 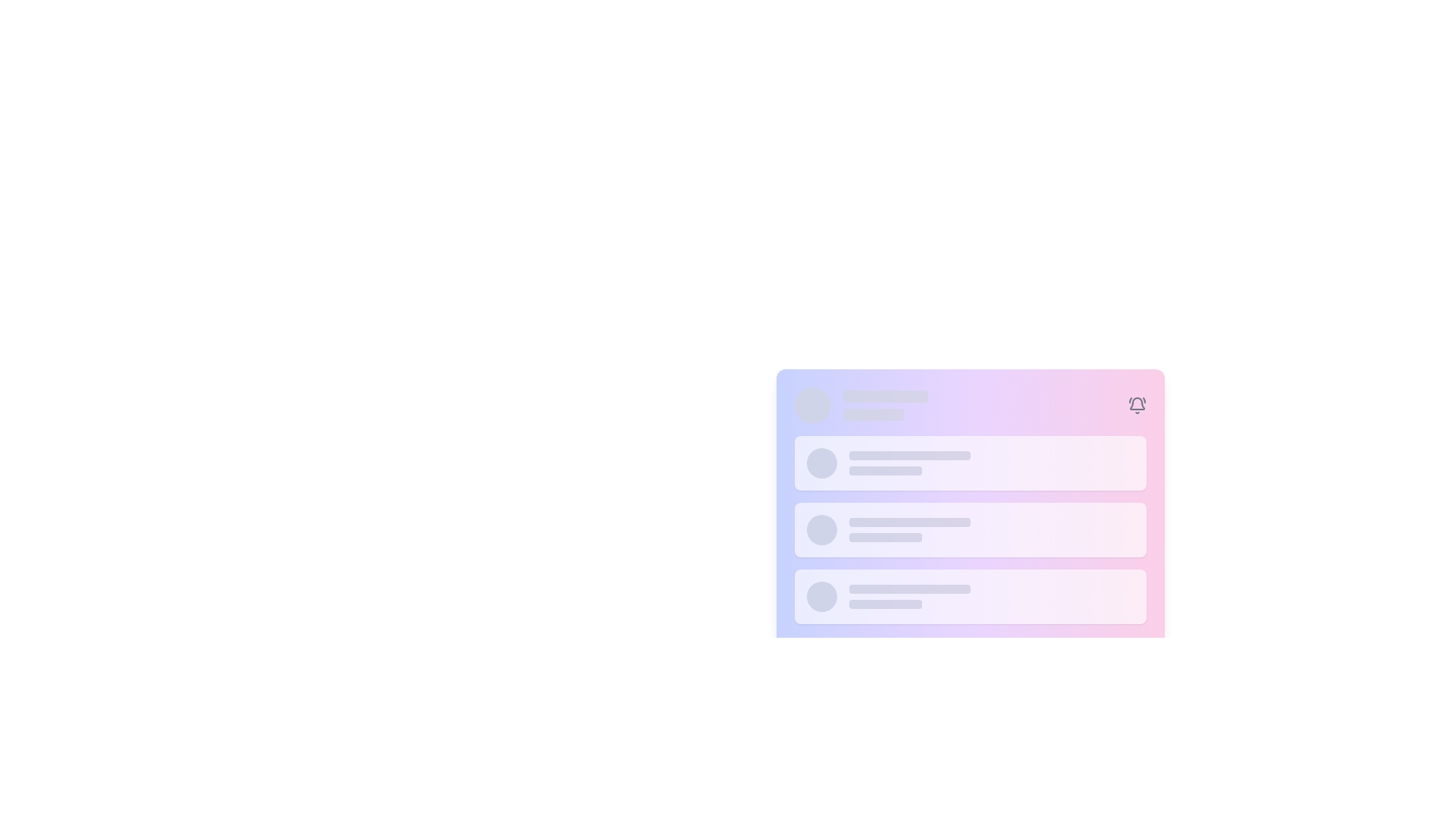 What do you see at coordinates (821, 462) in the screenshot?
I see `the circular Avatar placeholder with a gray background located towards the left in the vertical center of the card` at bounding box center [821, 462].